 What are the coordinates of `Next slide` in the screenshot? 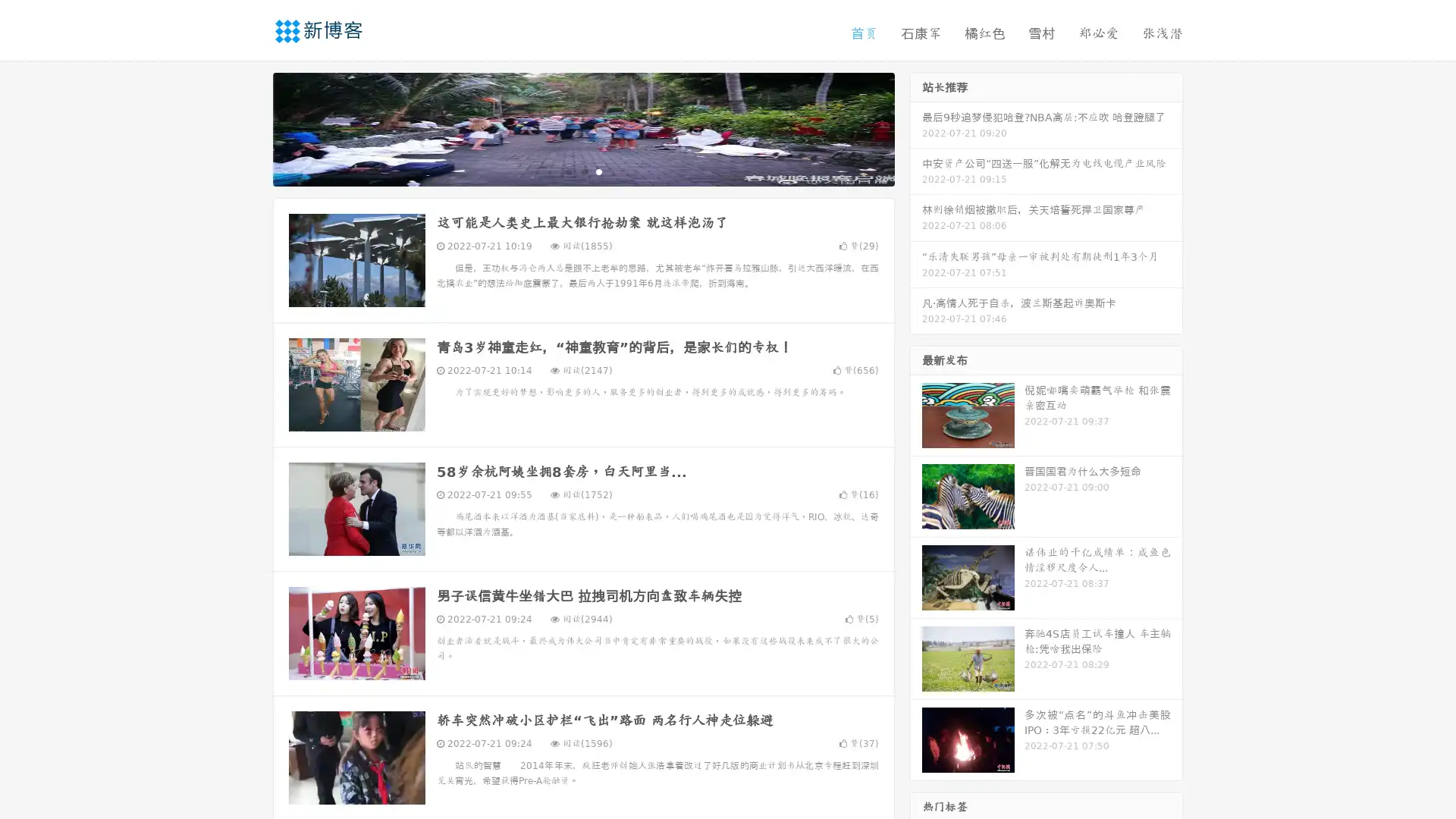 It's located at (916, 127).